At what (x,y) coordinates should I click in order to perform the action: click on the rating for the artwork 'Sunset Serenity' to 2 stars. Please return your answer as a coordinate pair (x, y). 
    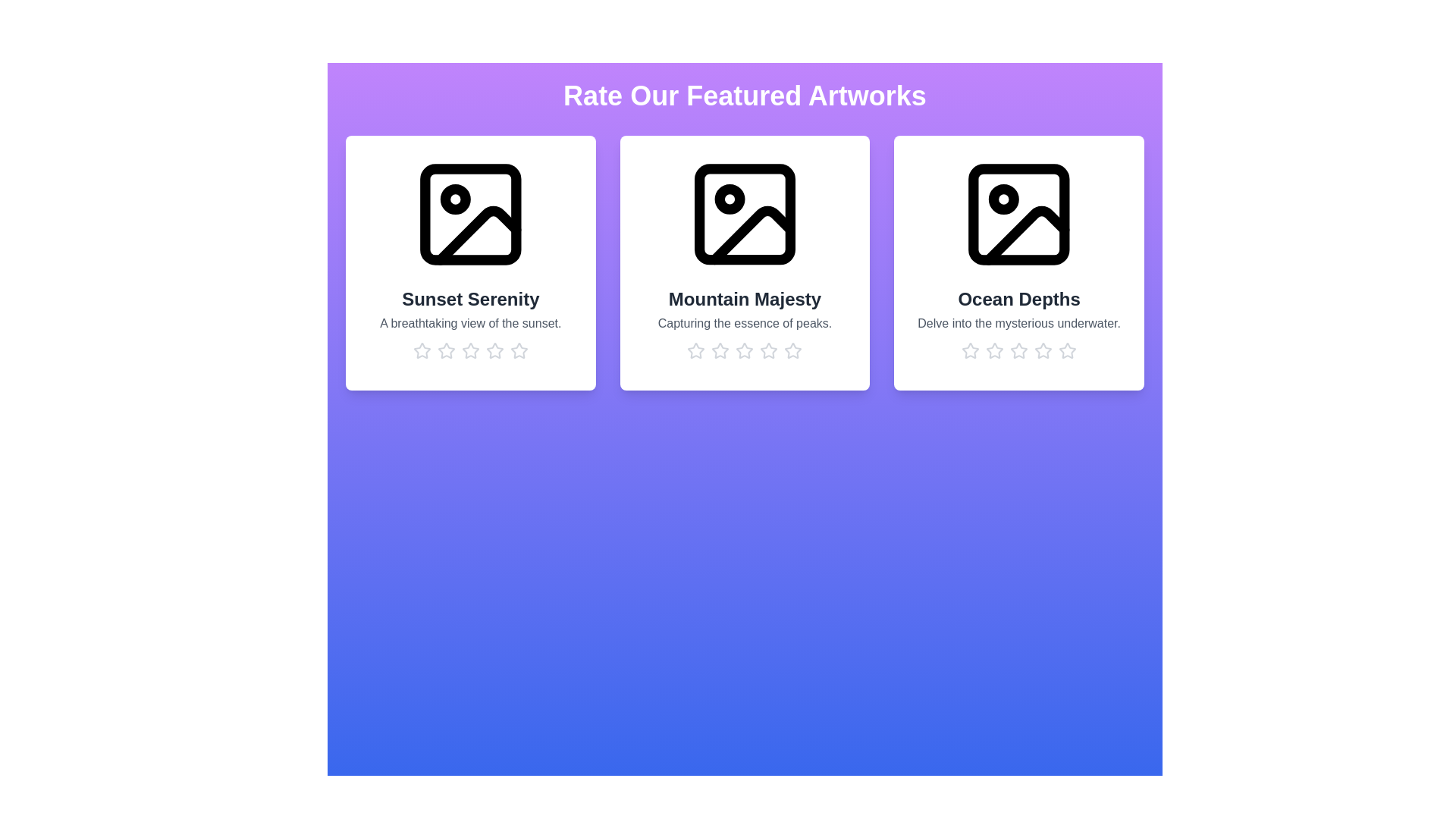
    Looking at the image, I should click on (445, 350).